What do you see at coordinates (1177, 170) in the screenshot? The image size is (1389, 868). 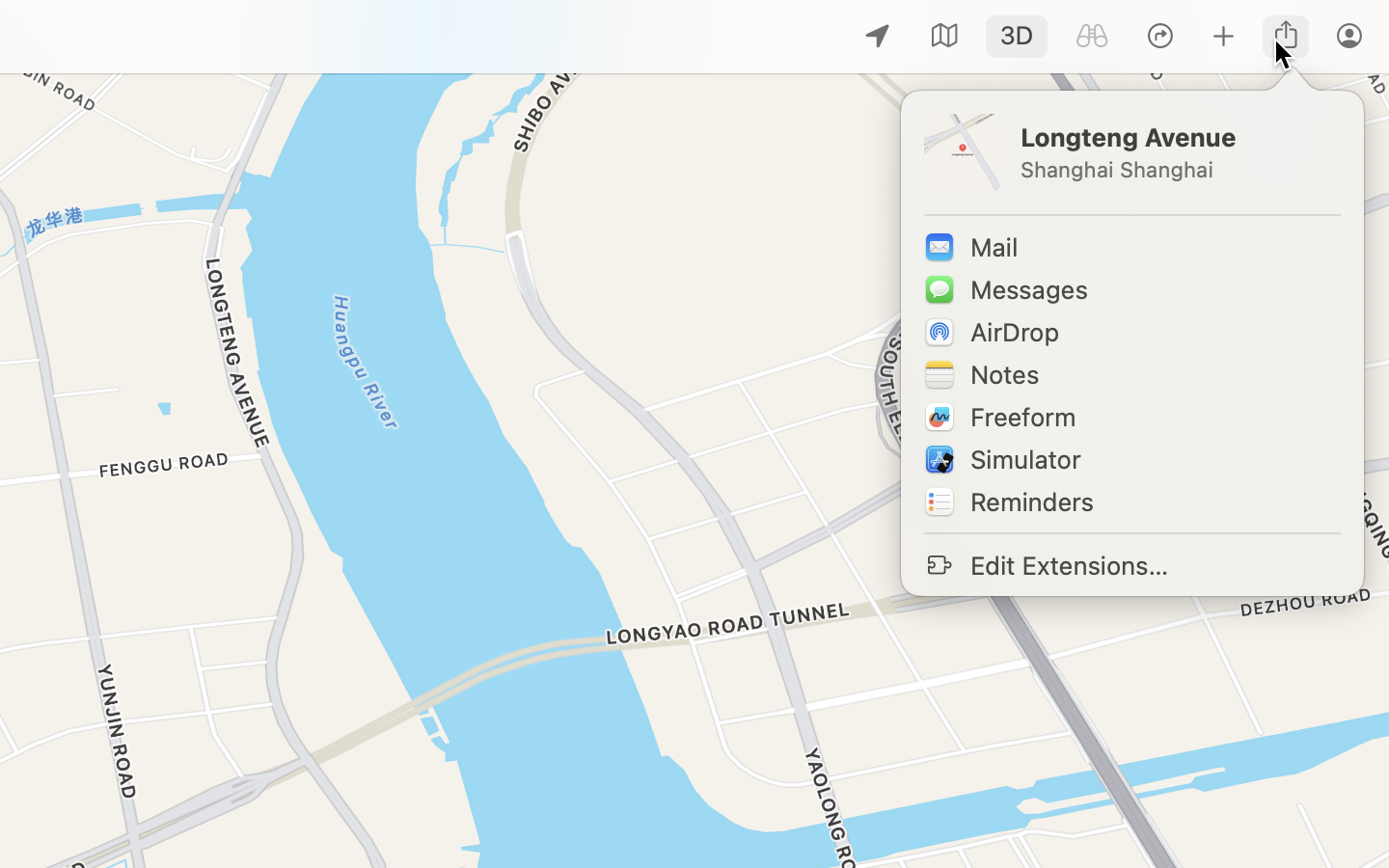 I see `'Shanghai Shanghai'` at bounding box center [1177, 170].